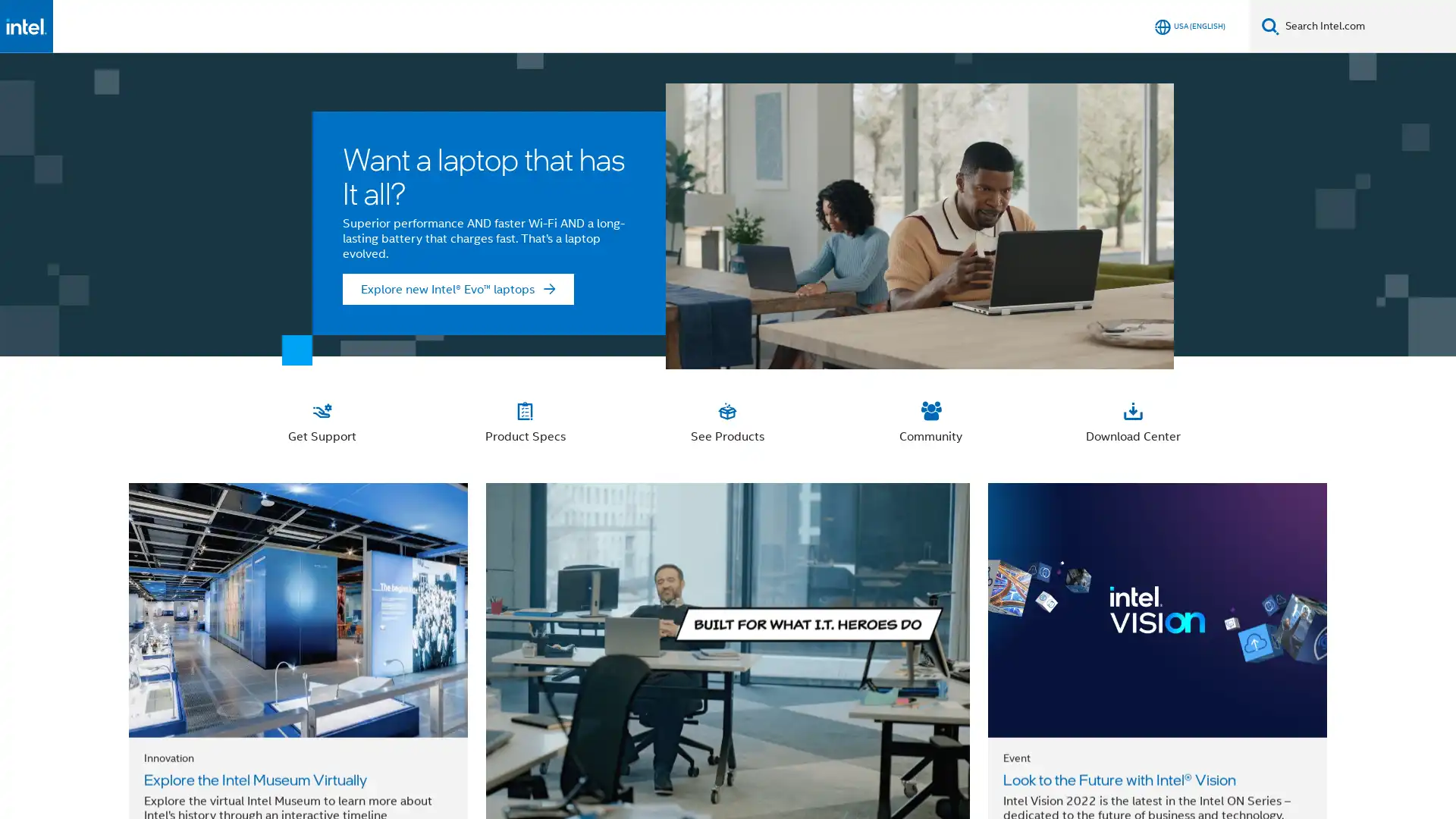 The width and height of the screenshot is (1456, 819). I want to click on Search, so click(1270, 26).